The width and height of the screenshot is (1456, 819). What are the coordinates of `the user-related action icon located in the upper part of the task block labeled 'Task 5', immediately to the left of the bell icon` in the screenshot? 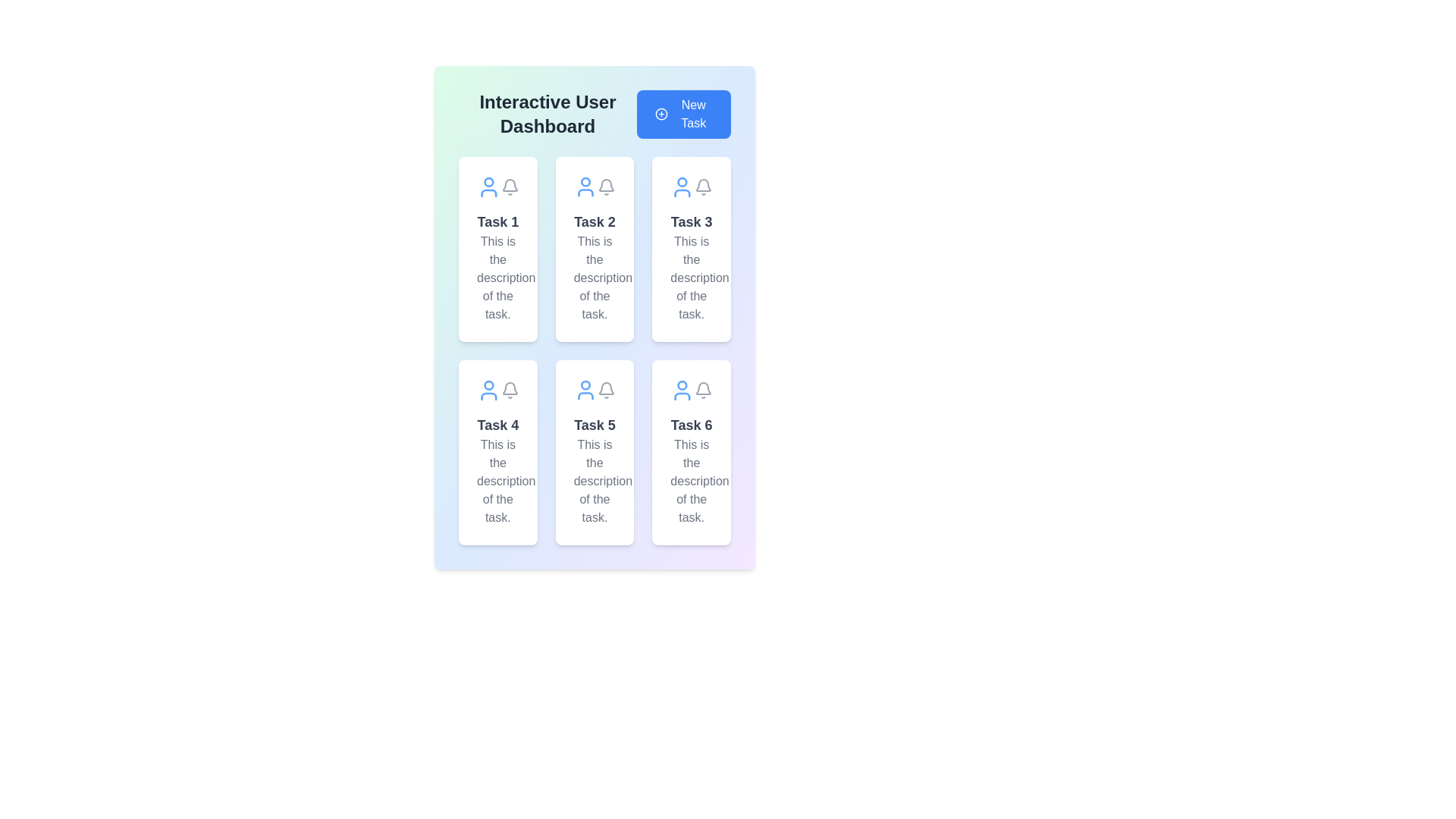 It's located at (585, 390).